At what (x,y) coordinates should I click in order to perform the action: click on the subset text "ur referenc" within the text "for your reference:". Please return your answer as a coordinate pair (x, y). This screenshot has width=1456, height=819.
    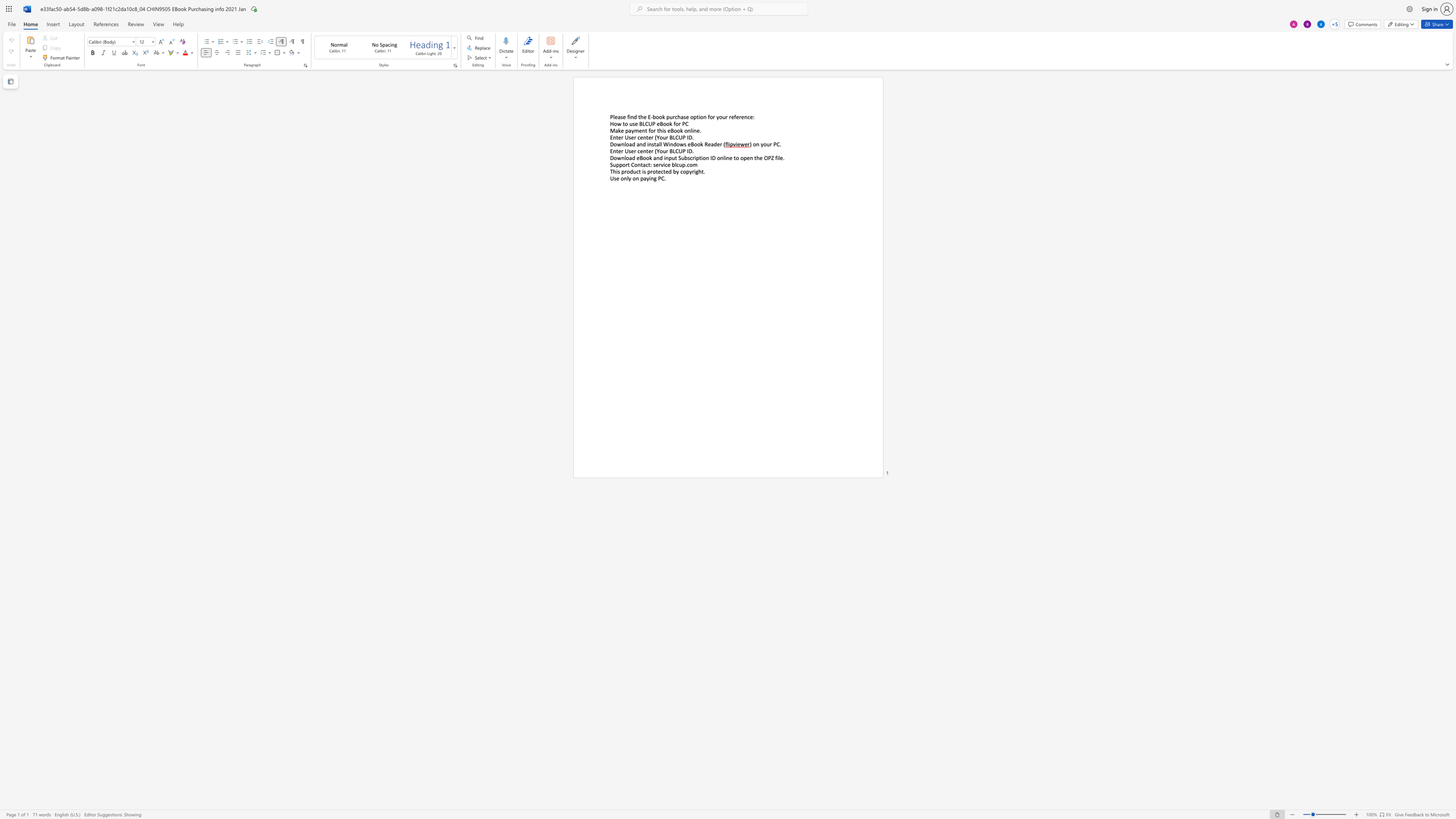
    Looking at the image, I should click on (722, 116).